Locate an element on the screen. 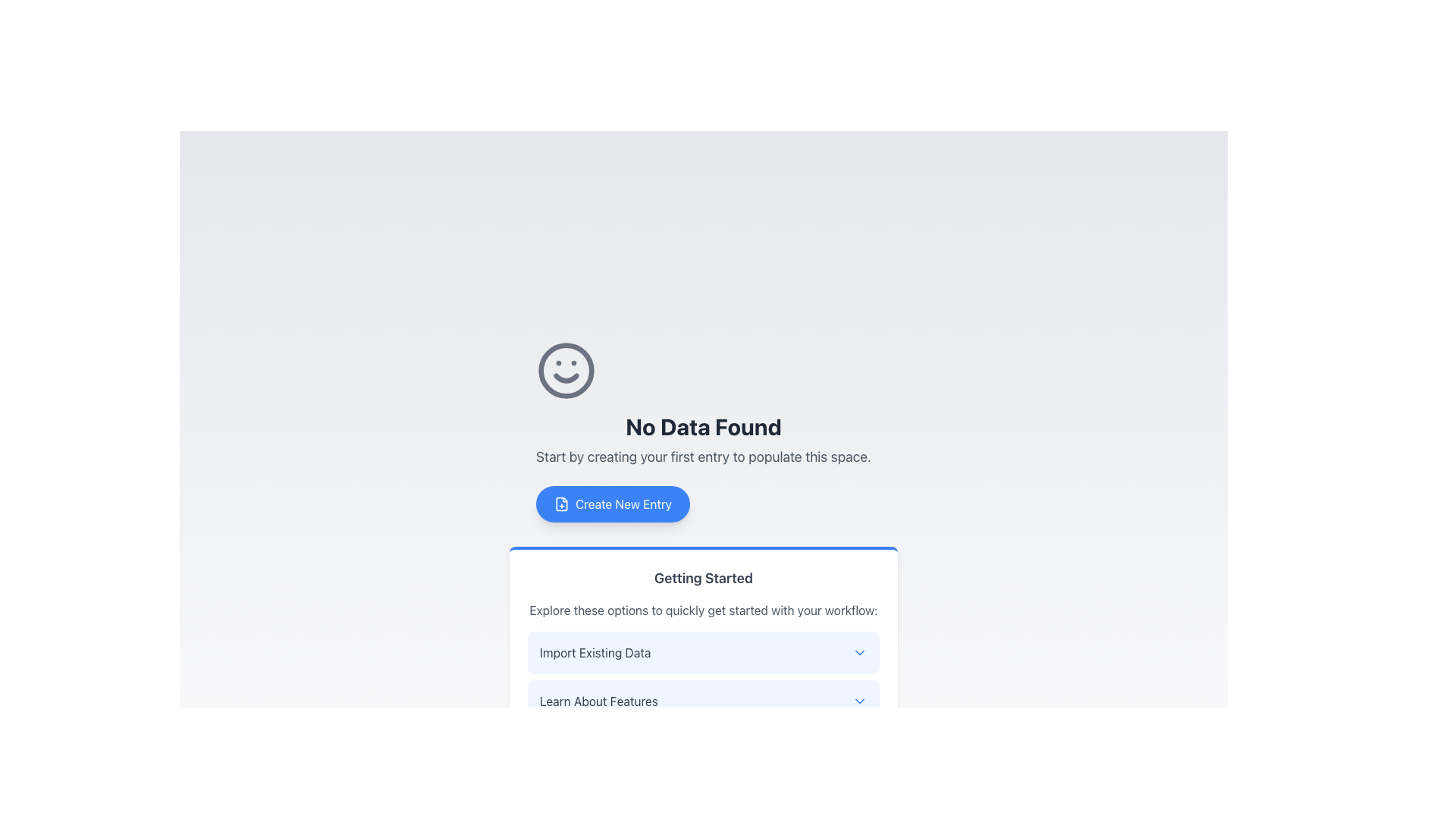 Image resolution: width=1456 pixels, height=819 pixels. the text label that says 'Import Existing Data', which is styled in gray color and located in a light blue section of the interface is located at coordinates (595, 651).